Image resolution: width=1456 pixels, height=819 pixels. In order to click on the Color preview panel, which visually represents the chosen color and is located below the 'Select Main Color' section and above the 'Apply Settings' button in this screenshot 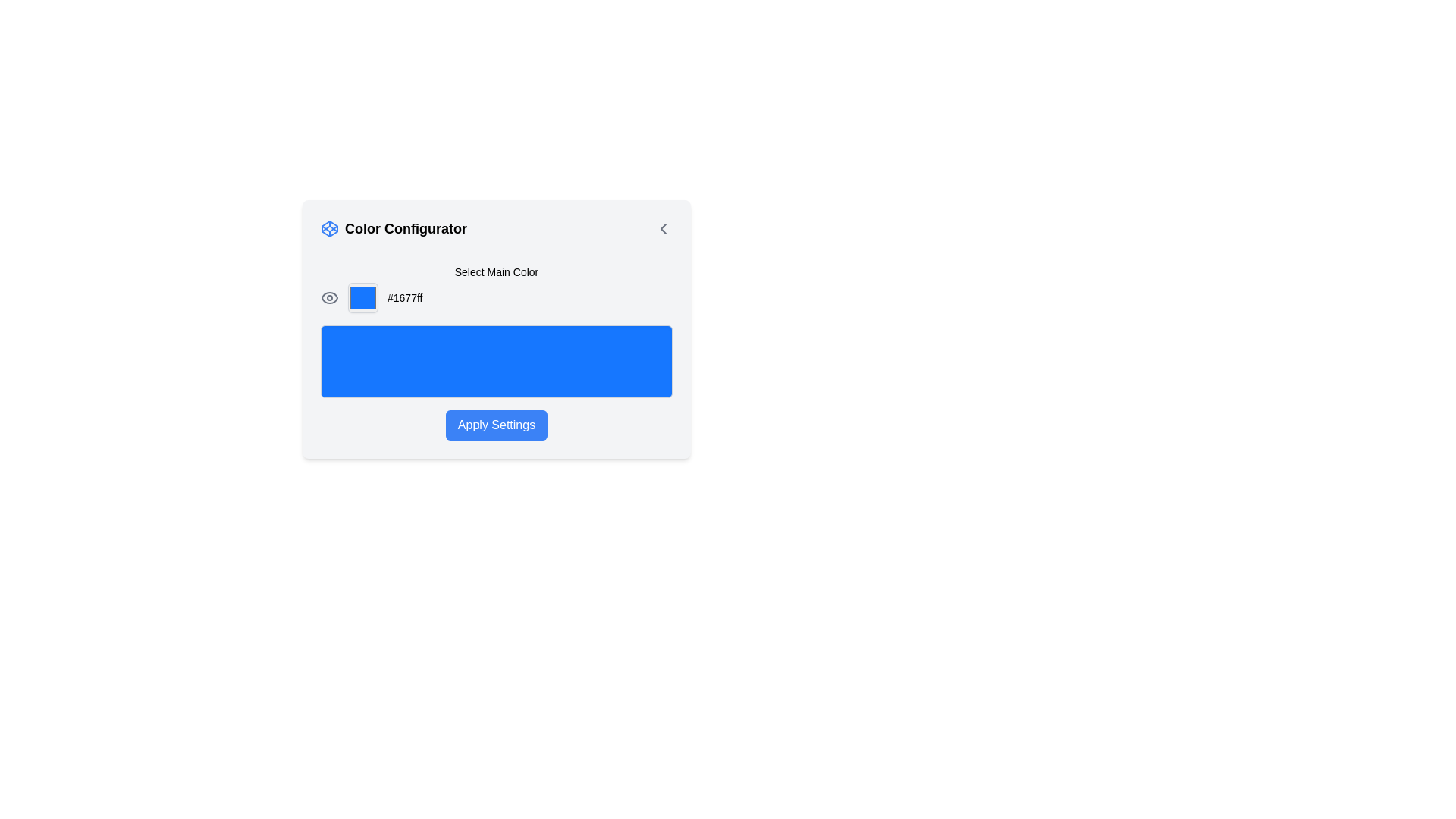, I will do `click(496, 362)`.